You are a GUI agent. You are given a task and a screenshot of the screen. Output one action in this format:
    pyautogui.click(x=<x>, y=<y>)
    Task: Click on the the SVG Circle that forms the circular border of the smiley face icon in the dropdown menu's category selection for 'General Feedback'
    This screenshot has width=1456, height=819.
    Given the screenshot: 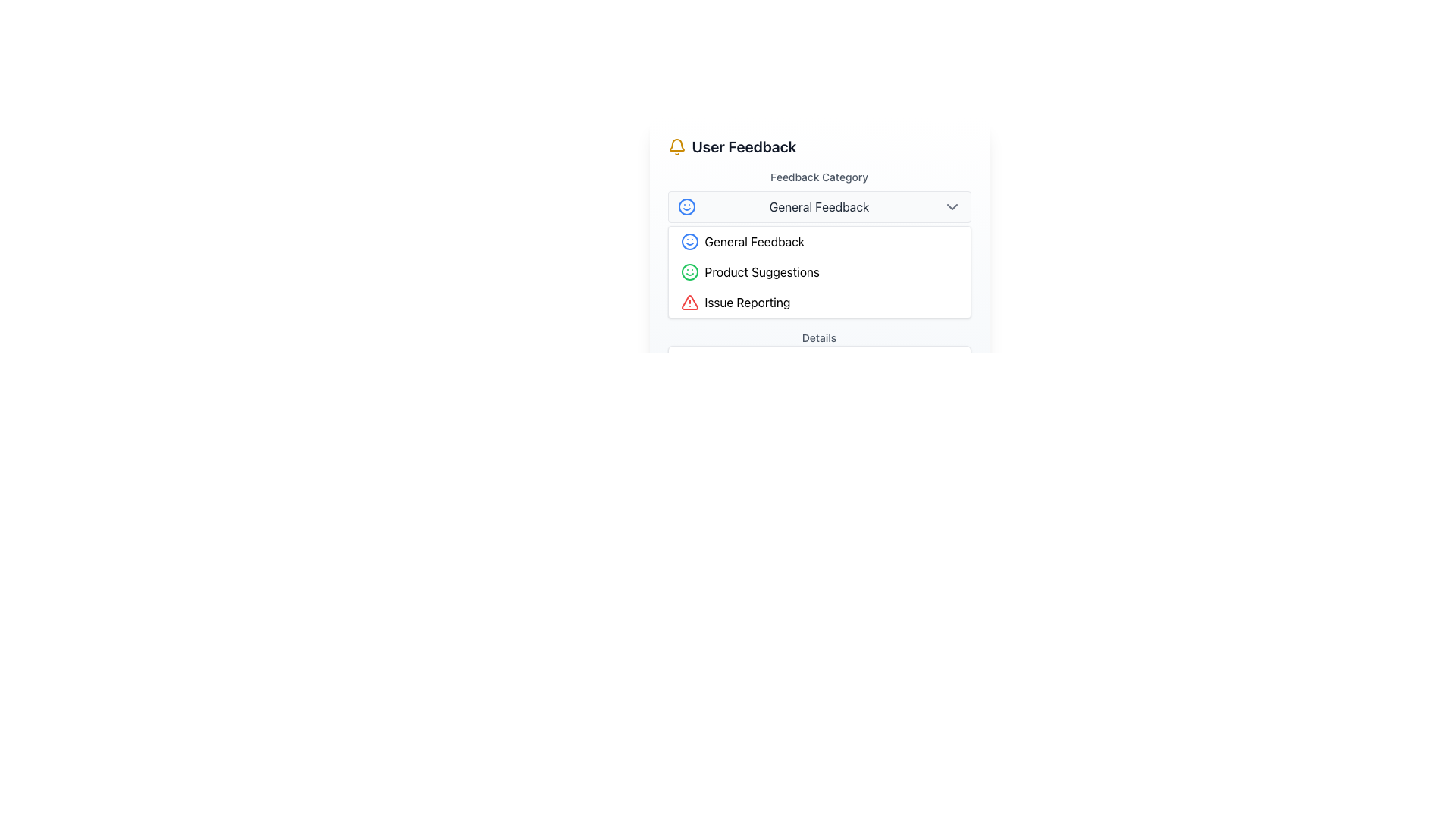 What is the action you would take?
    pyautogui.click(x=686, y=207)
    